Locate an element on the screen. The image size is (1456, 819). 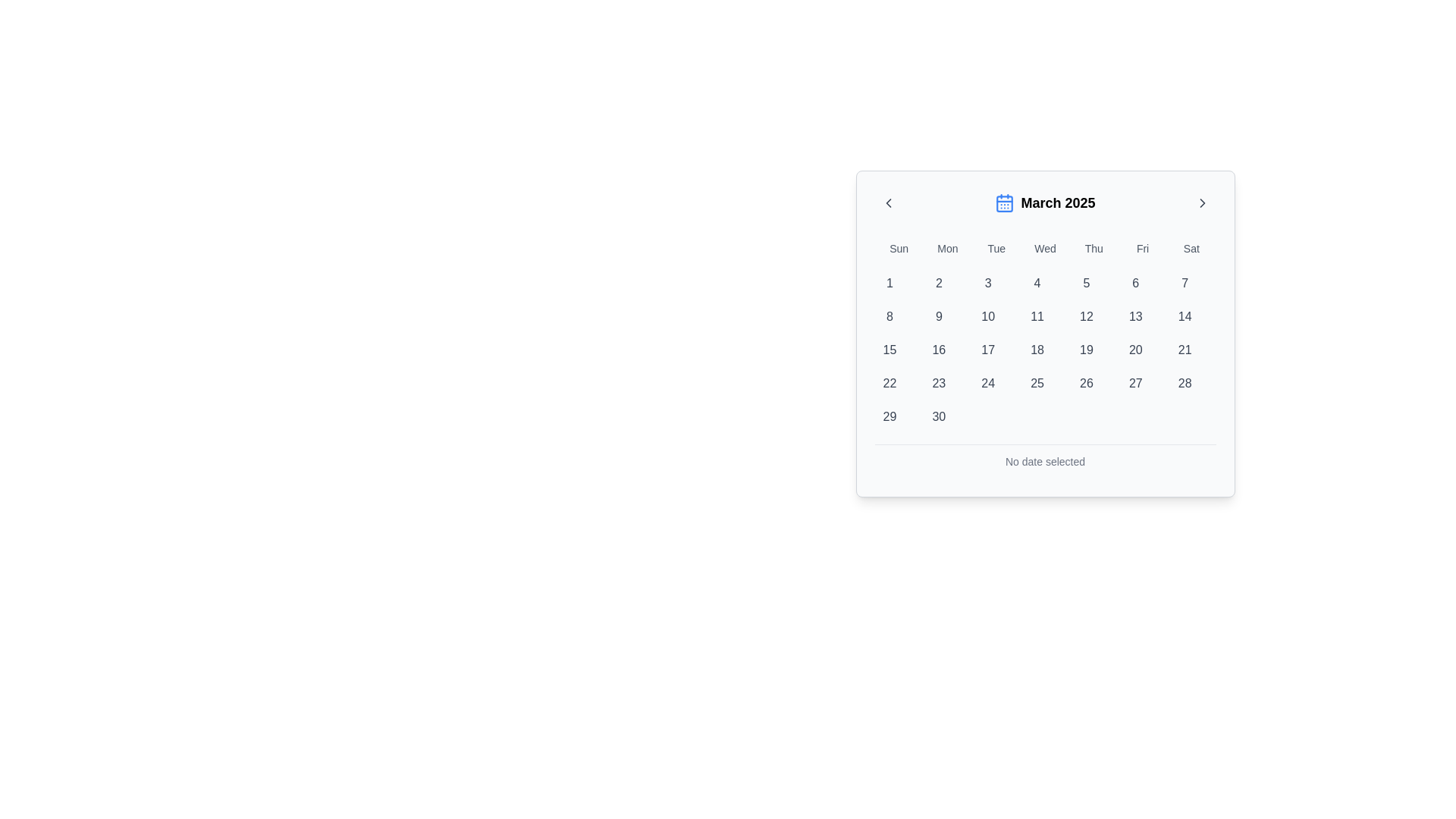
the button representing the 10th day of the month in the calendar popup is located at coordinates (988, 315).